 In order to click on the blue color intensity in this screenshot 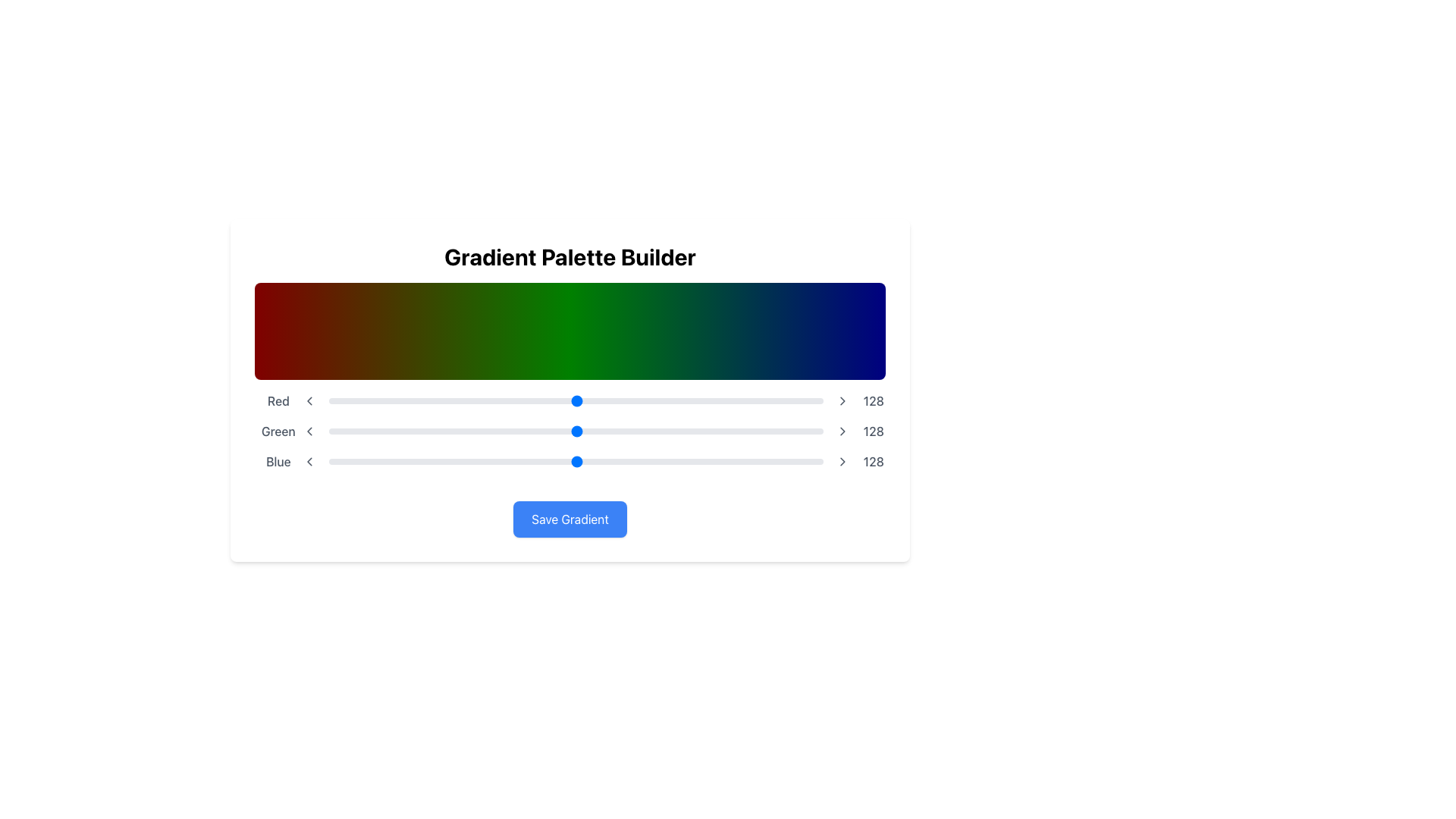, I will do `click(808, 458)`.